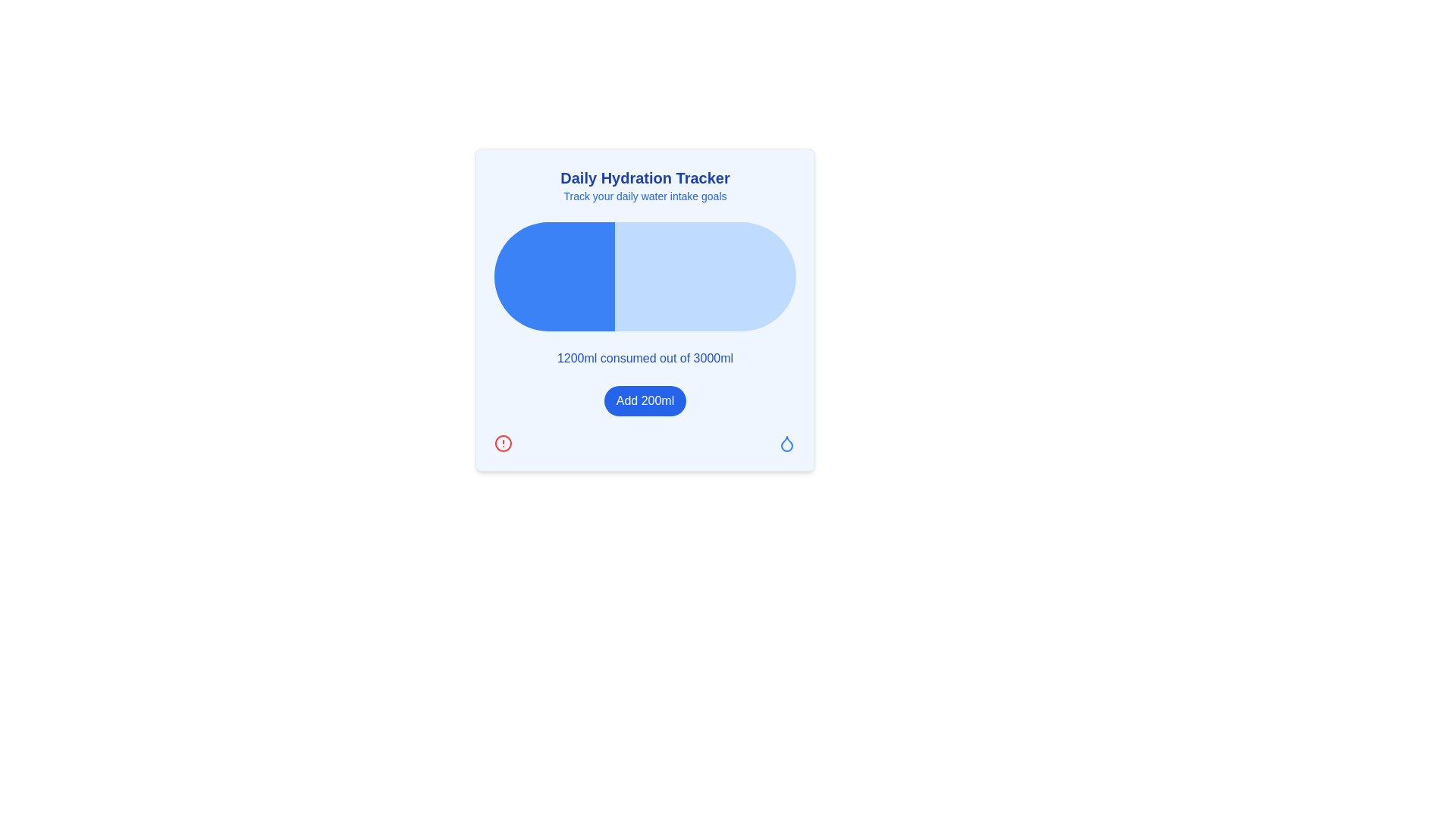  I want to click on the text element labeled 'Daily Hydration Tracker', which is prominently styled in bold and blue color, located at the top of the hydration tracking section, so click(645, 177).